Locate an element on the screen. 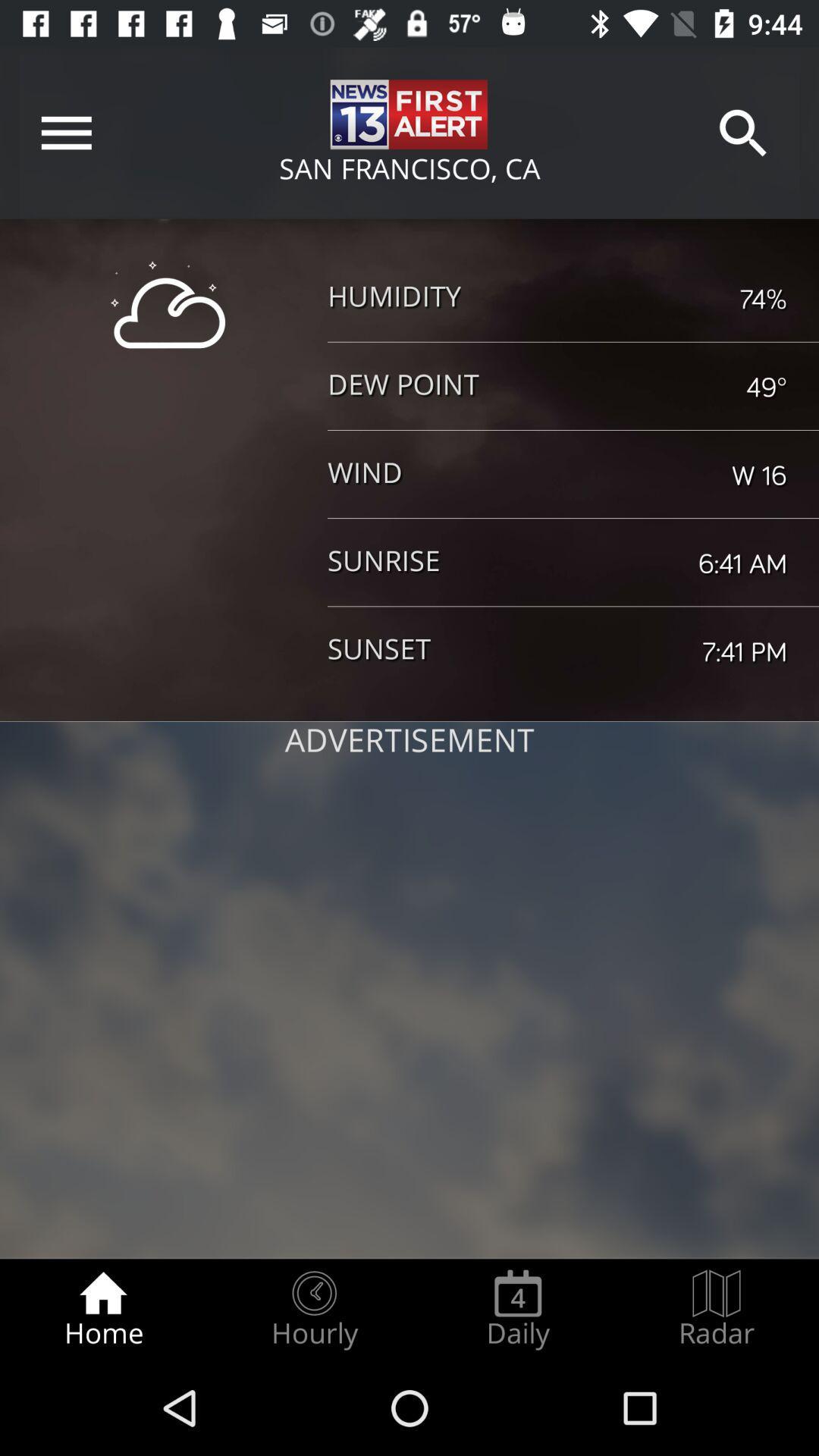  hourly item is located at coordinates (313, 1309).